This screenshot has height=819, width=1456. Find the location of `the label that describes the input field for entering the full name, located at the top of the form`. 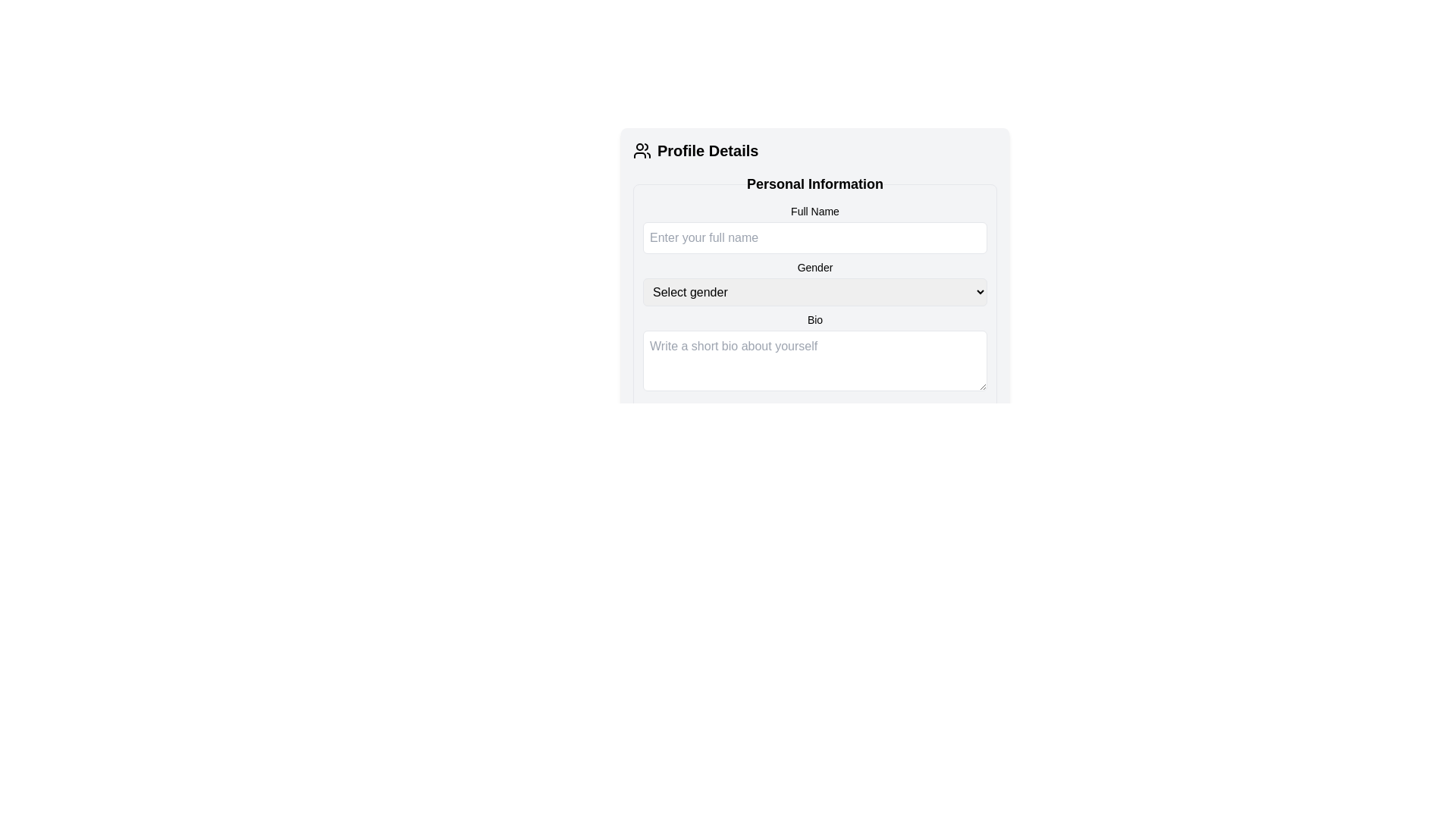

the label that describes the input field for entering the full name, located at the top of the form is located at coordinates (814, 211).